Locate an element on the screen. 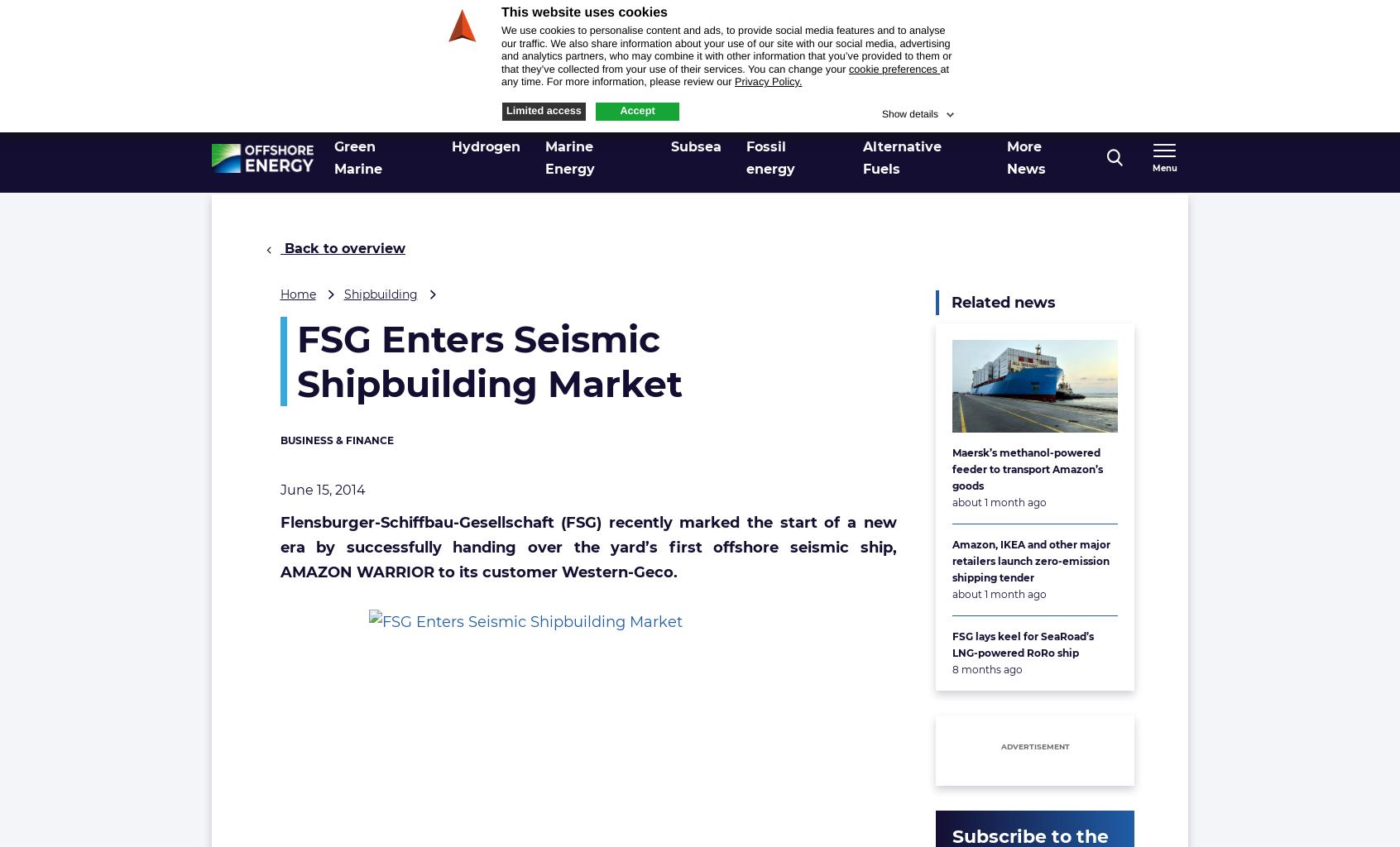  'Alternative Fuels' is located at coordinates (901, 157).